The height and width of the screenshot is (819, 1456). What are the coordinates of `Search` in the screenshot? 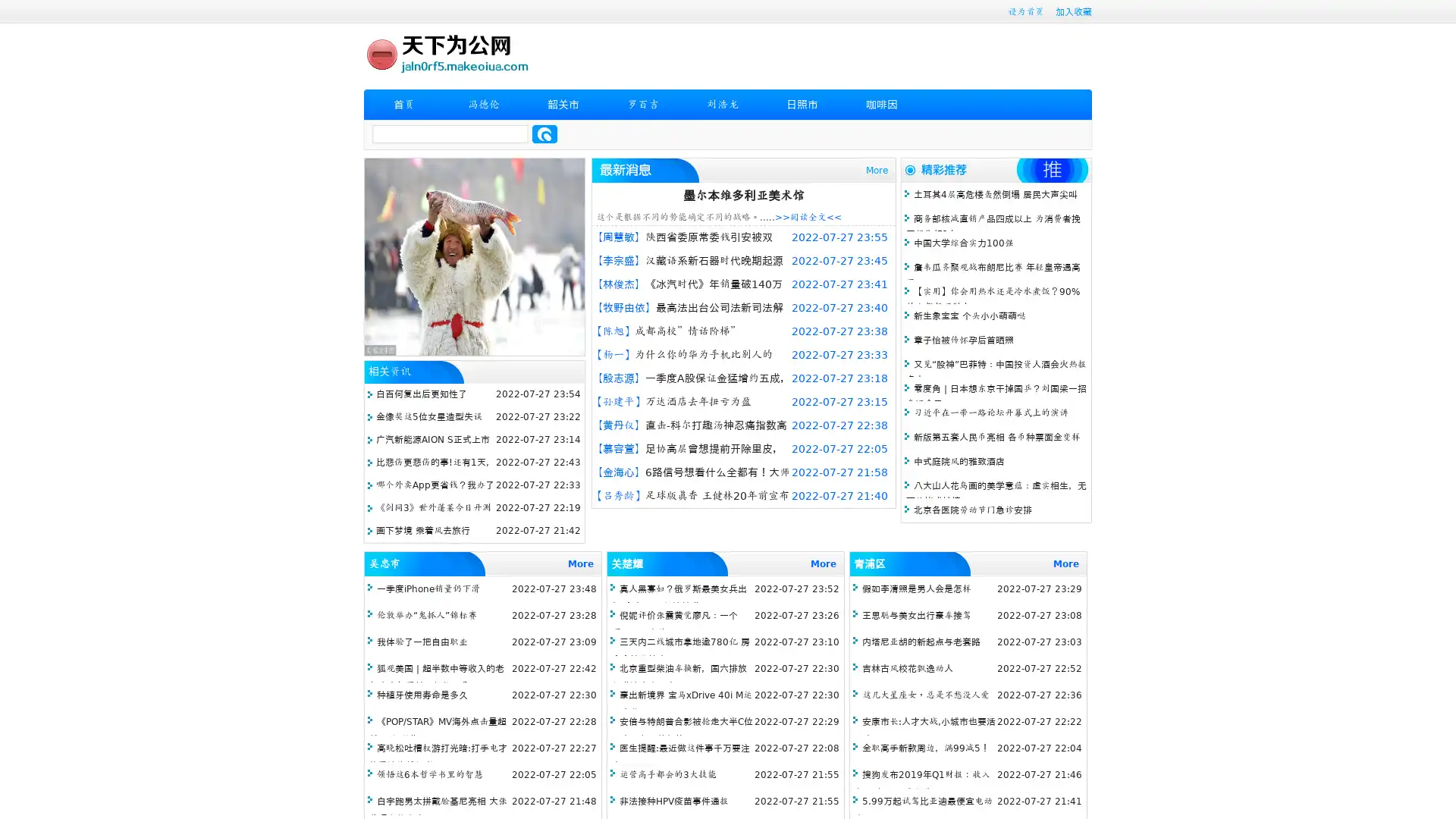 It's located at (544, 133).